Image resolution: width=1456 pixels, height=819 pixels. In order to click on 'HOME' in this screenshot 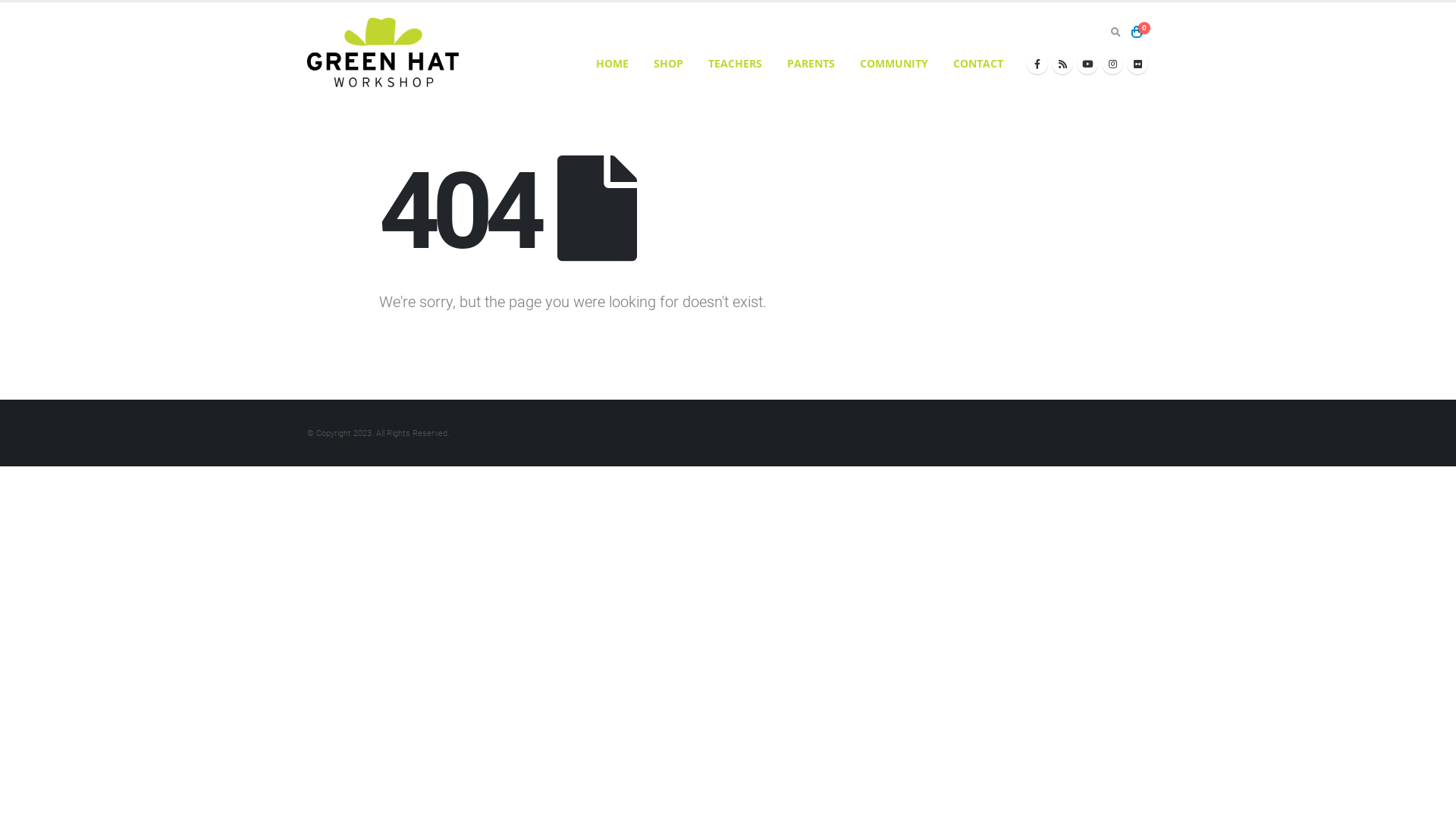, I will do `click(612, 63)`.